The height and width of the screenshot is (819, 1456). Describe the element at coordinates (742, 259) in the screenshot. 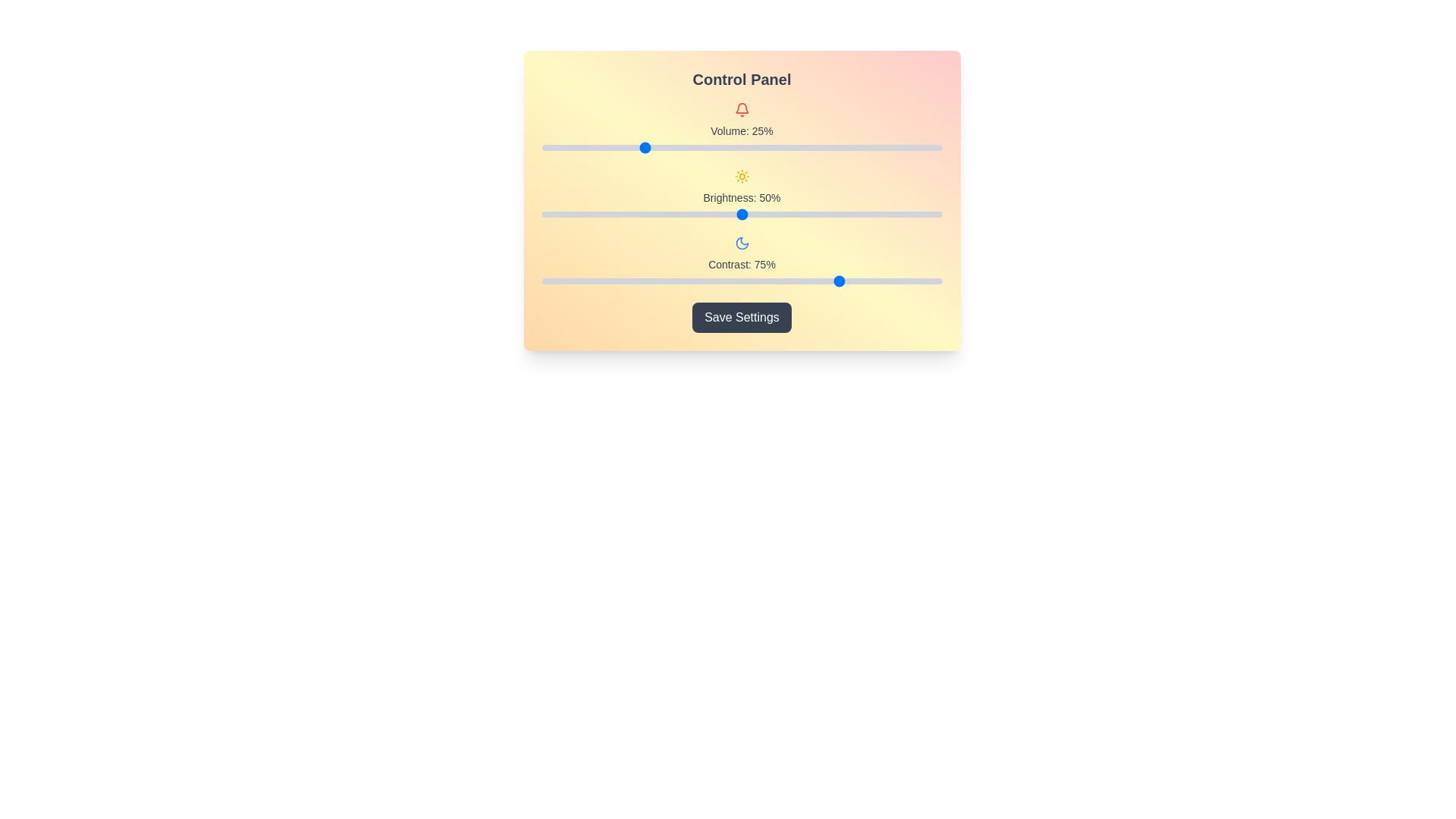

I see `the Range Slider labeled 'Contrast: 75%' which features a blue moon icon above it to set a contrast level` at that location.